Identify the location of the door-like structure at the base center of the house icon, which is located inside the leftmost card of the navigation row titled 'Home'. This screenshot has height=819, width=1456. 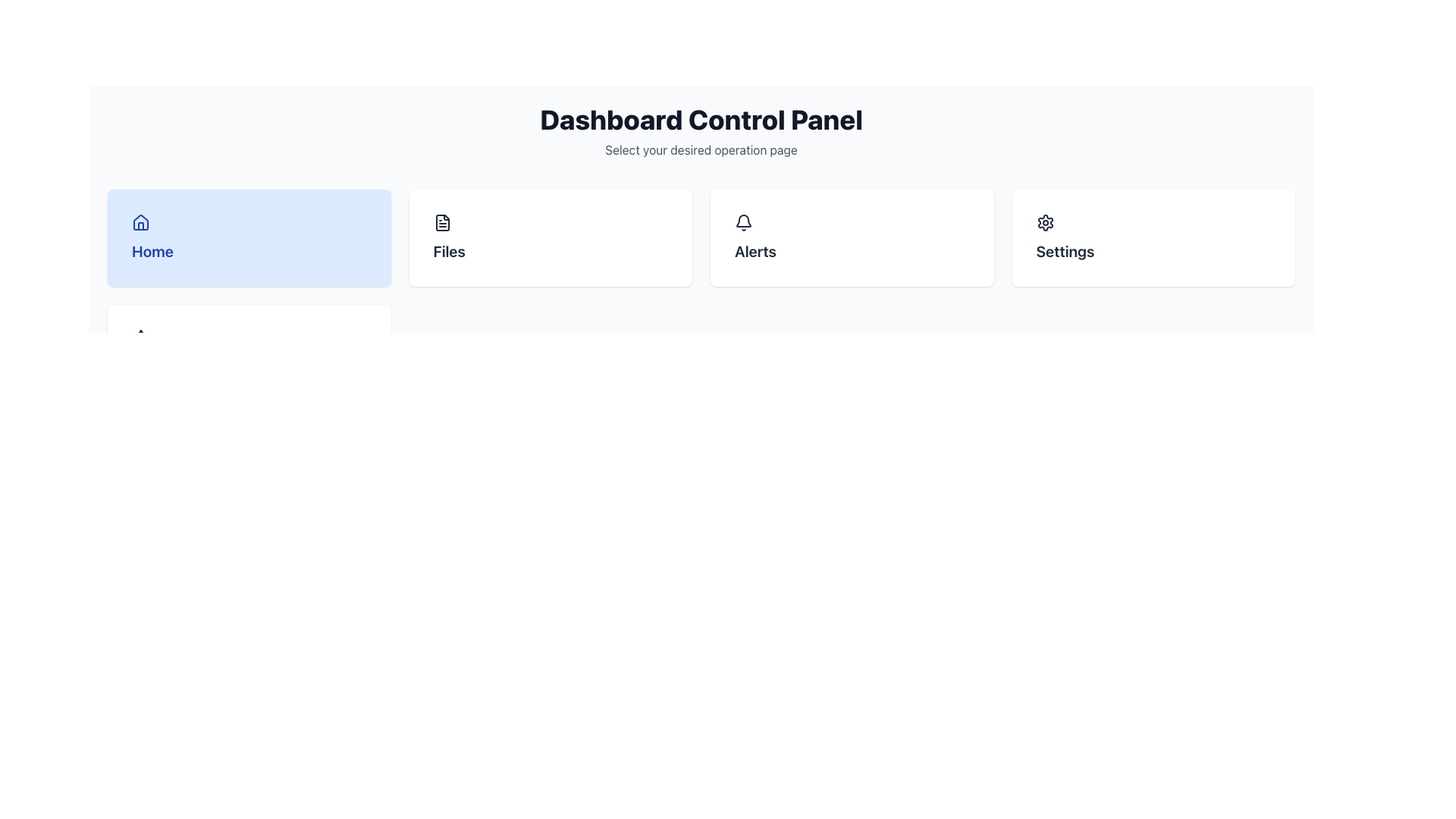
(141, 225).